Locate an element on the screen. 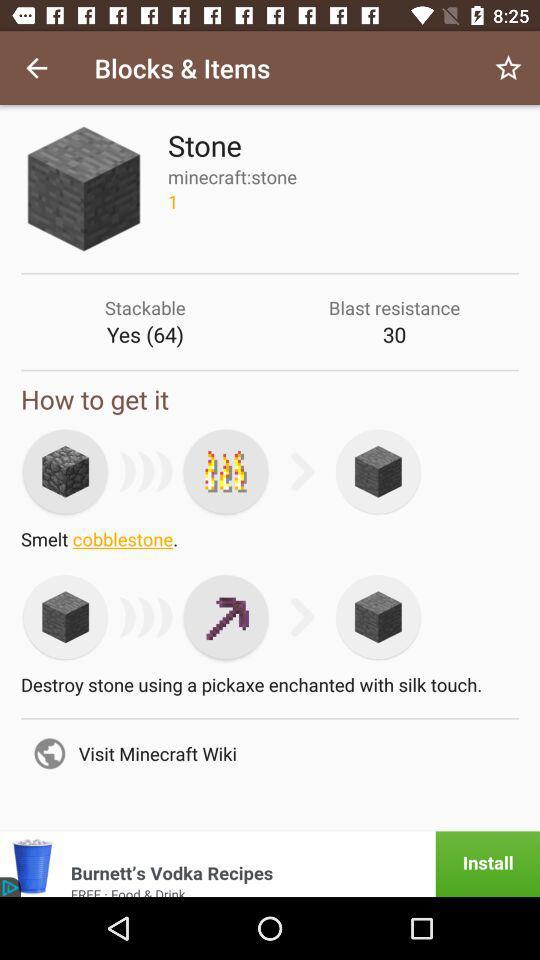 The width and height of the screenshot is (540, 960). option is located at coordinates (225, 471).